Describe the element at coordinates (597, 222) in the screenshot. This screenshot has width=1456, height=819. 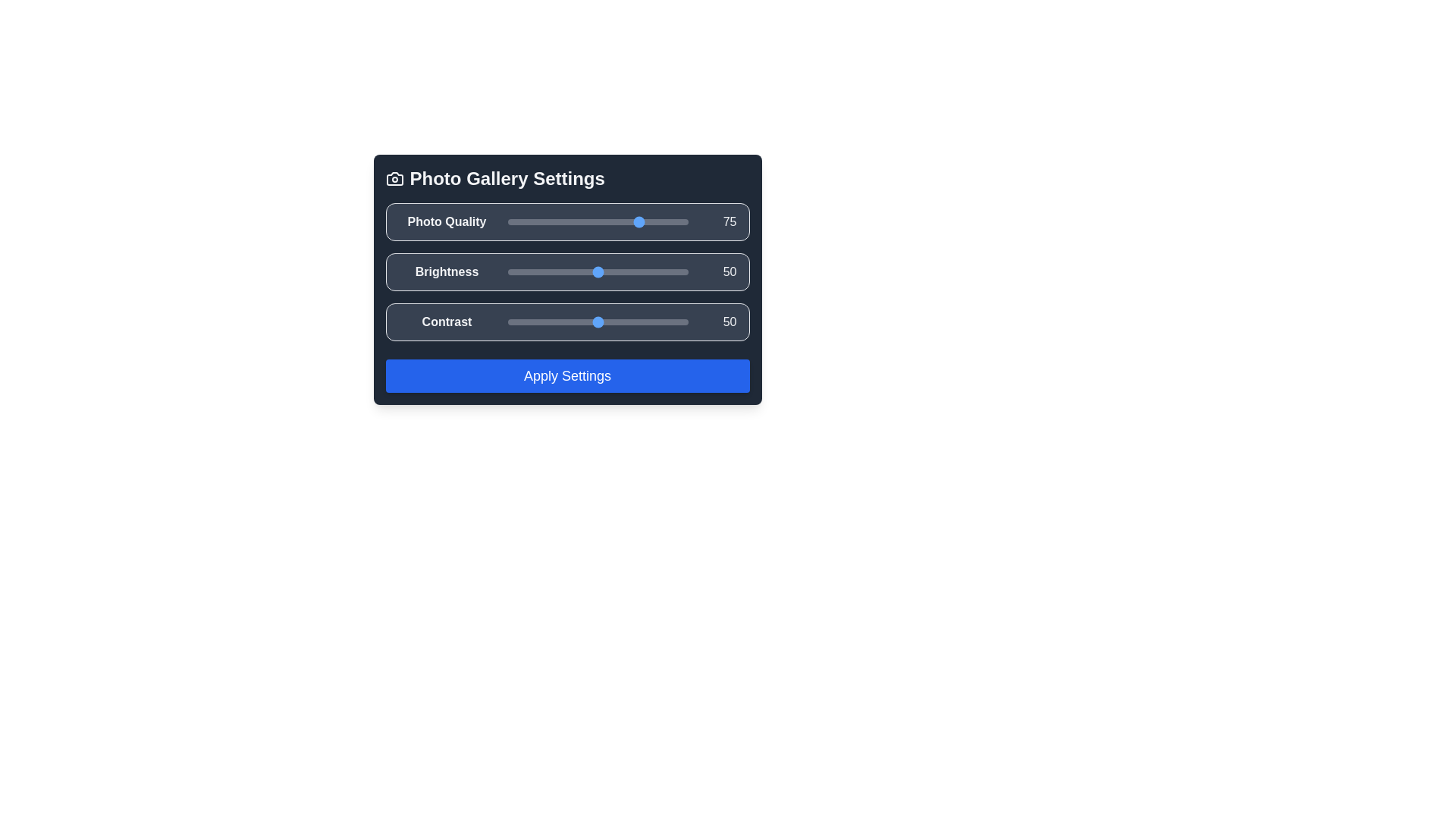
I see `the middle portion of the Range Slider to set a value, which is visually identified by its gray track and blue highlight, located between the 'Photo Quality' label and the value display of '75'` at that location.